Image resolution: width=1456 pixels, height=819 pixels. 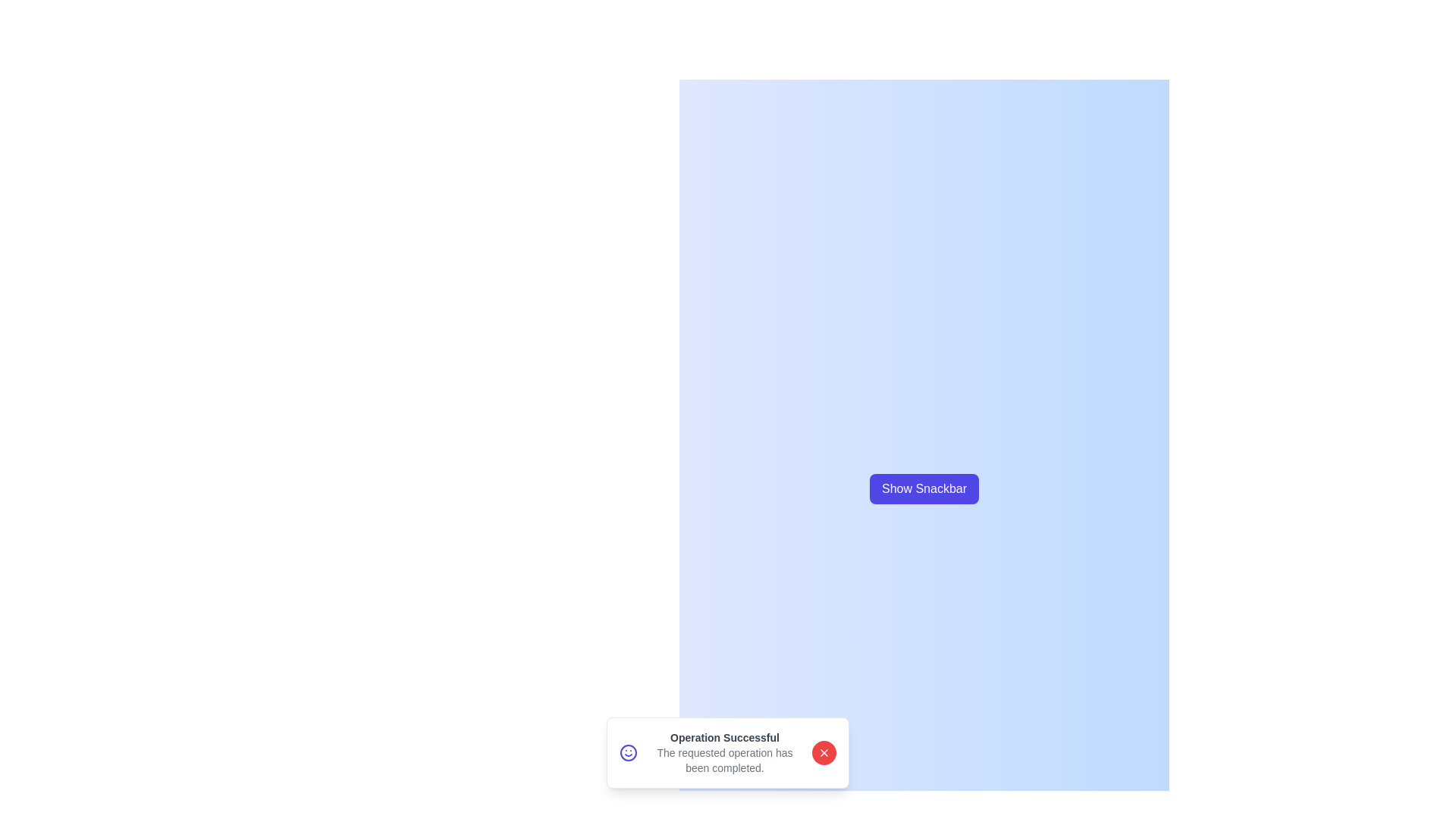 What do you see at coordinates (629, 752) in the screenshot?
I see `the smile icon in the snackbar` at bounding box center [629, 752].